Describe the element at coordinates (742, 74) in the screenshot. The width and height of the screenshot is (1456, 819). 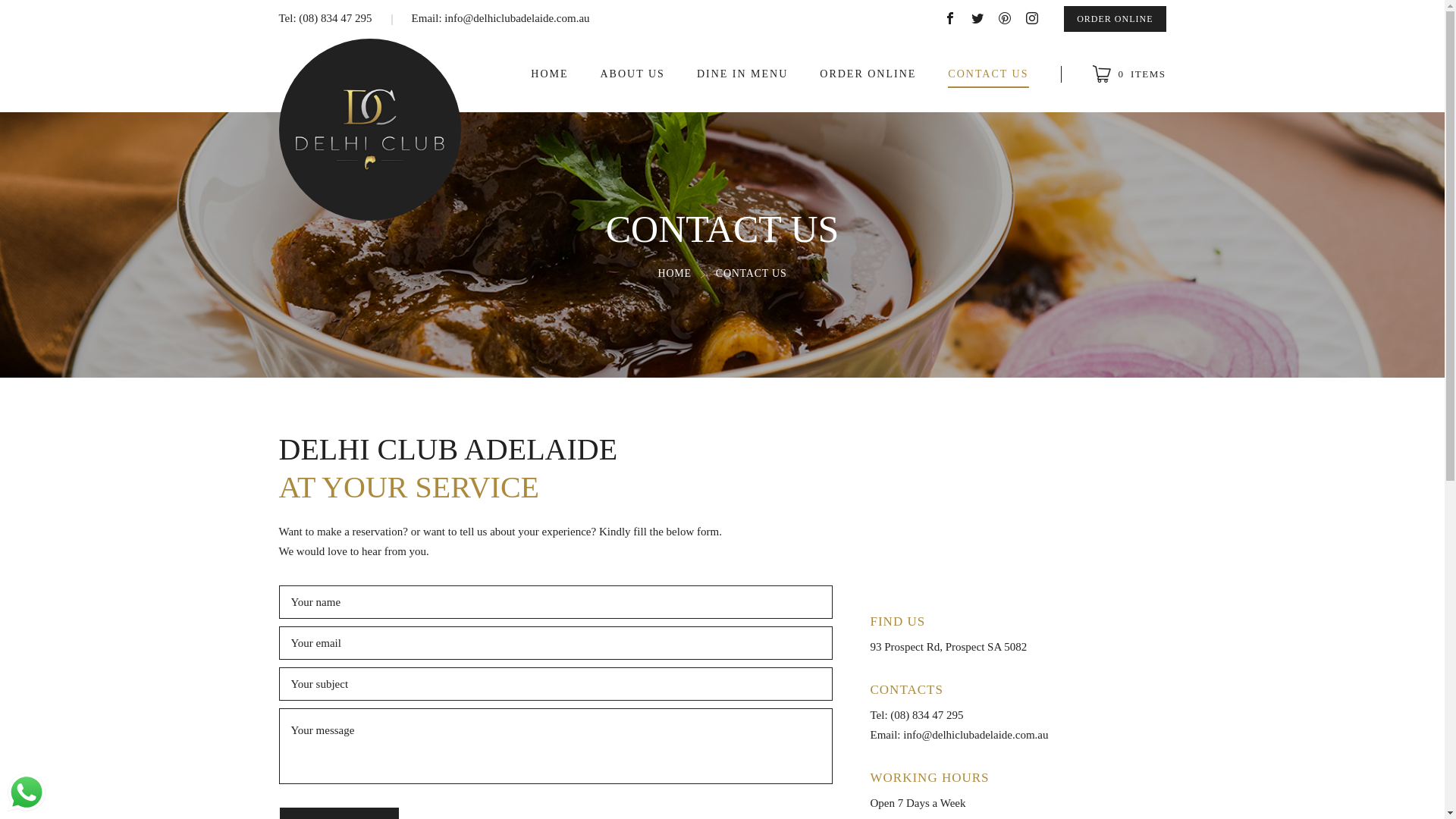
I see `'DINE IN MENU'` at that location.